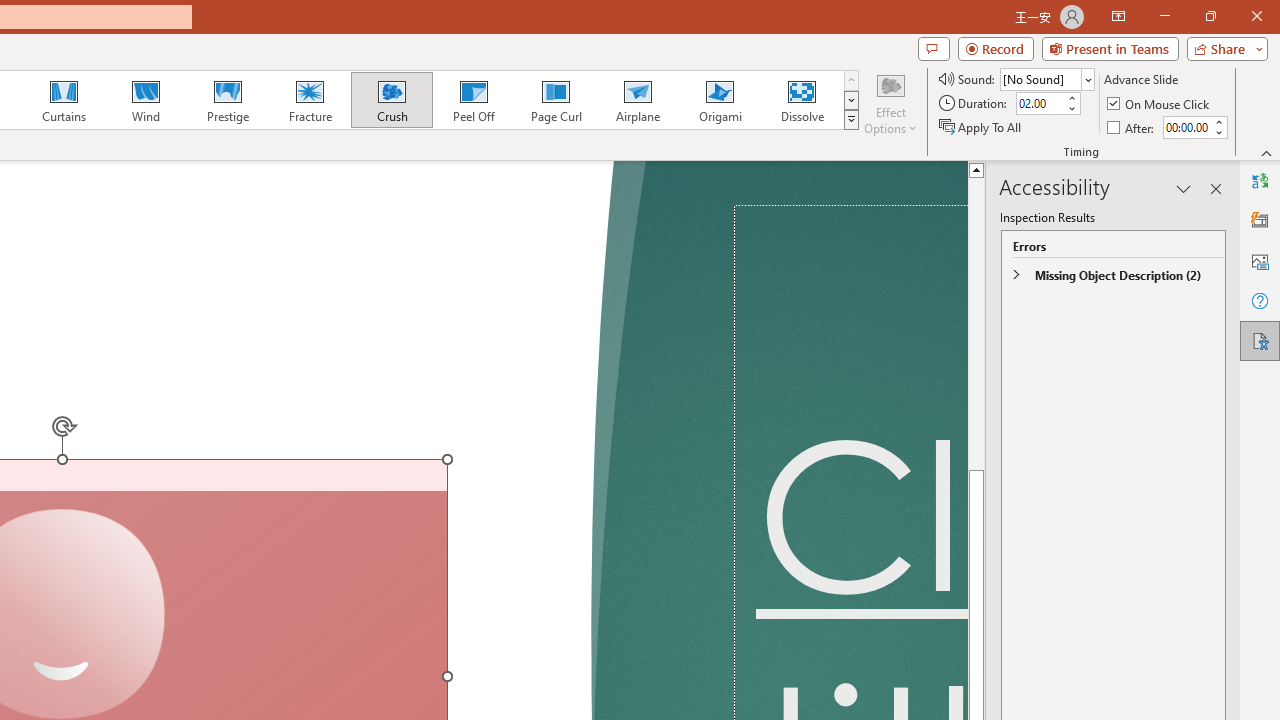 This screenshot has width=1280, height=720. I want to click on 'Dissolve', so click(802, 100).